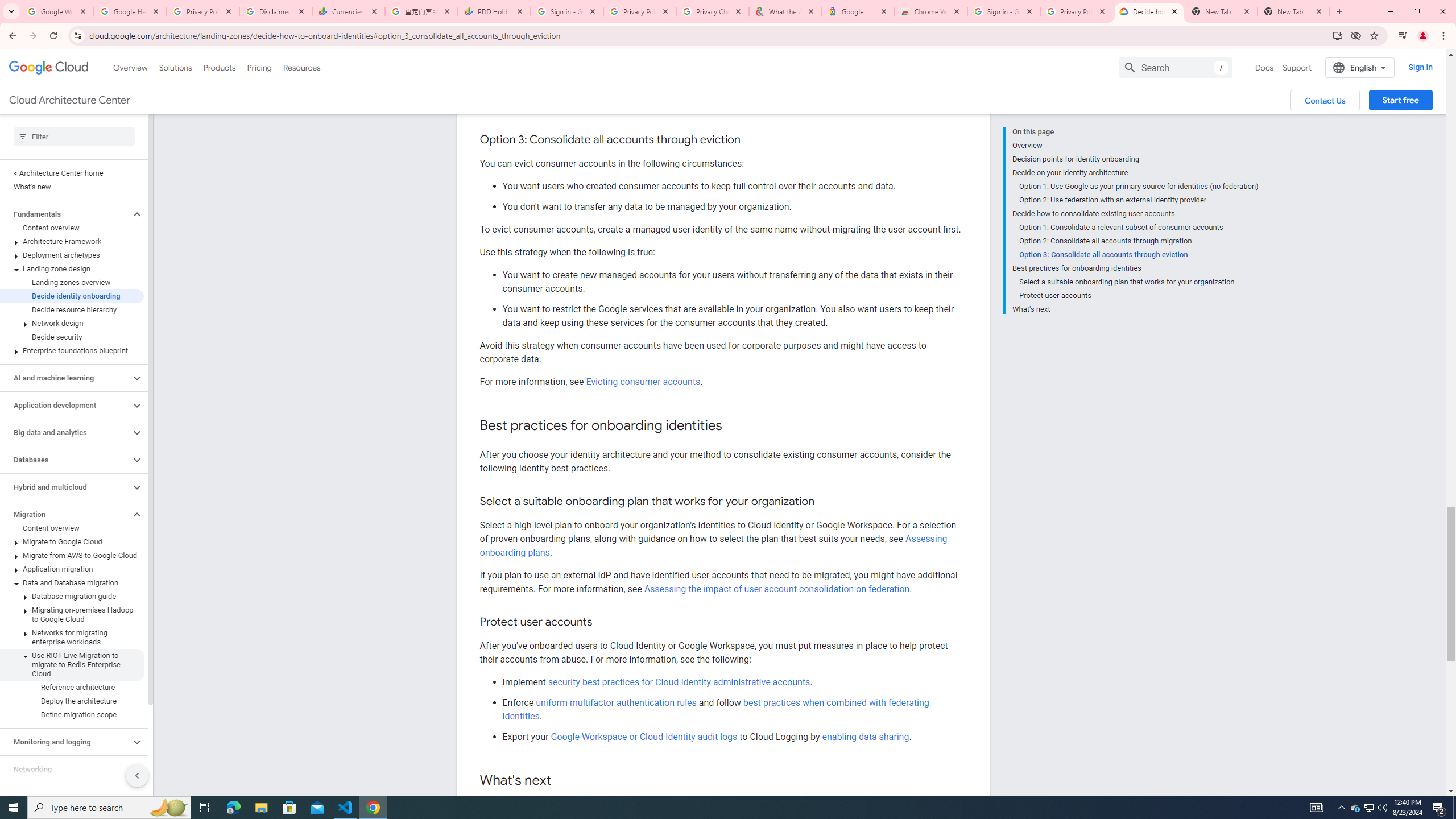 The image size is (1456, 819). Describe the element at coordinates (713, 545) in the screenshot. I see `'Assessing onboarding plans'` at that location.